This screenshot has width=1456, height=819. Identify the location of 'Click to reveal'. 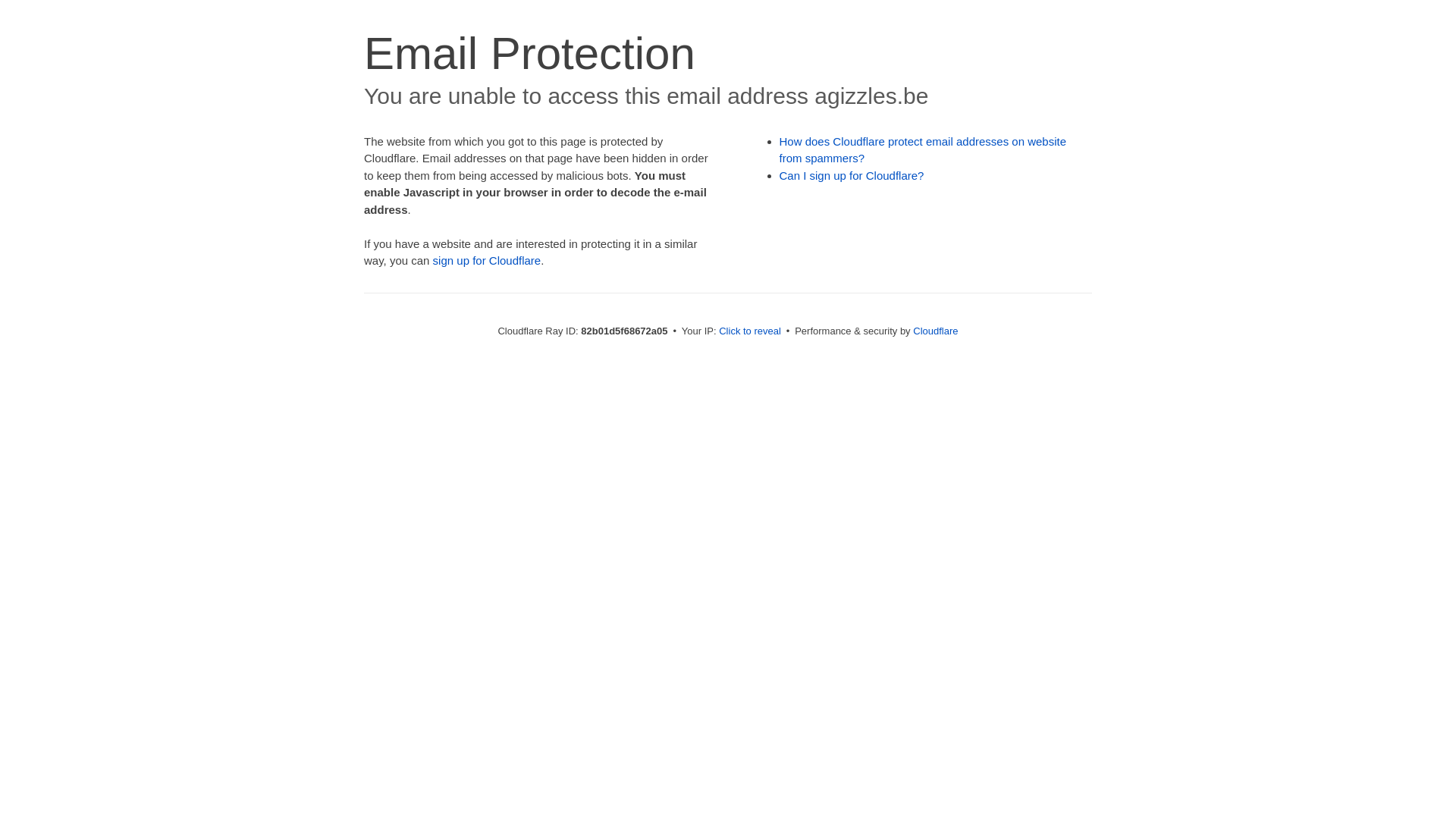
(749, 330).